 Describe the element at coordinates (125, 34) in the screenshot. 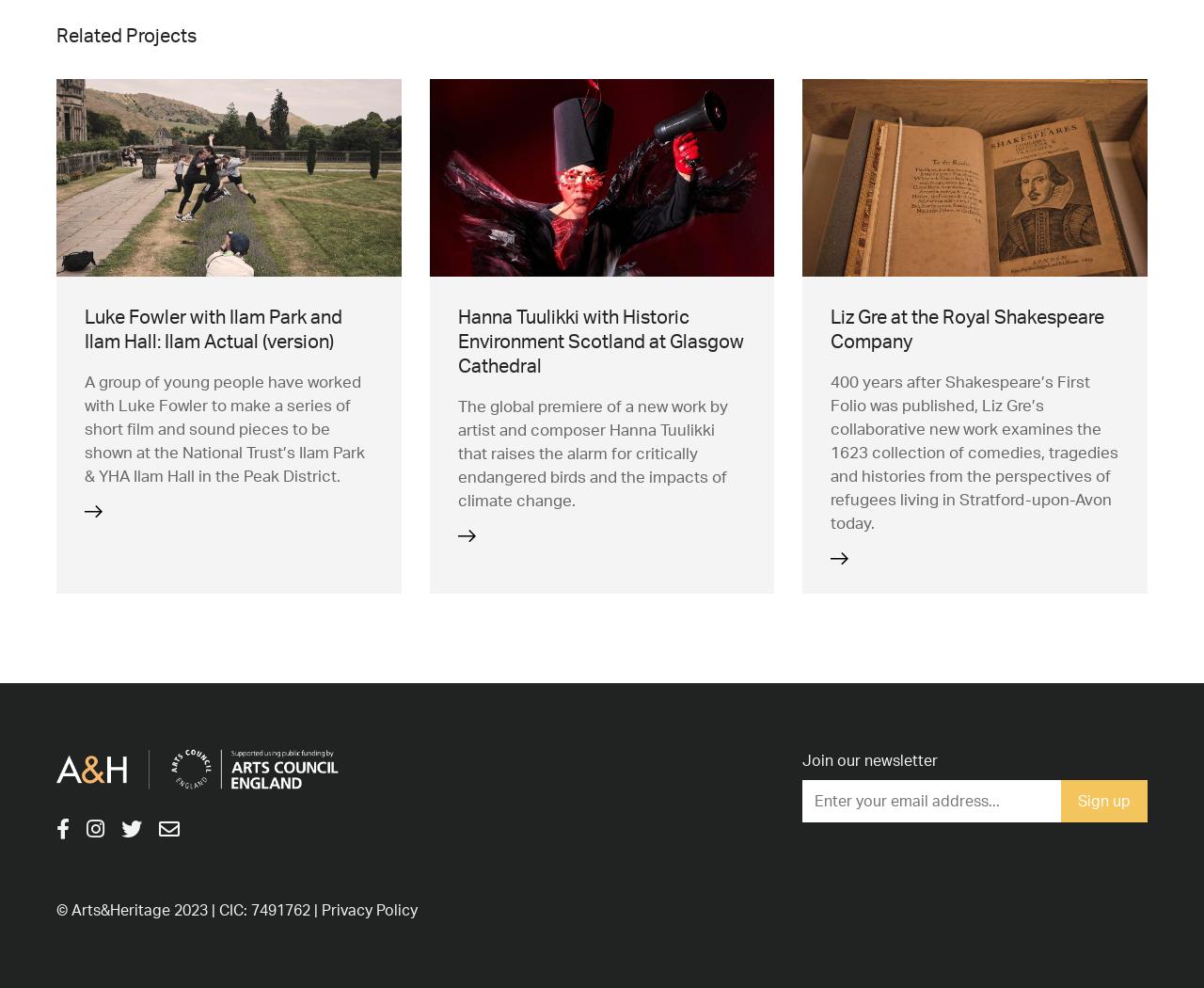

I see `'Related Projects'` at that location.